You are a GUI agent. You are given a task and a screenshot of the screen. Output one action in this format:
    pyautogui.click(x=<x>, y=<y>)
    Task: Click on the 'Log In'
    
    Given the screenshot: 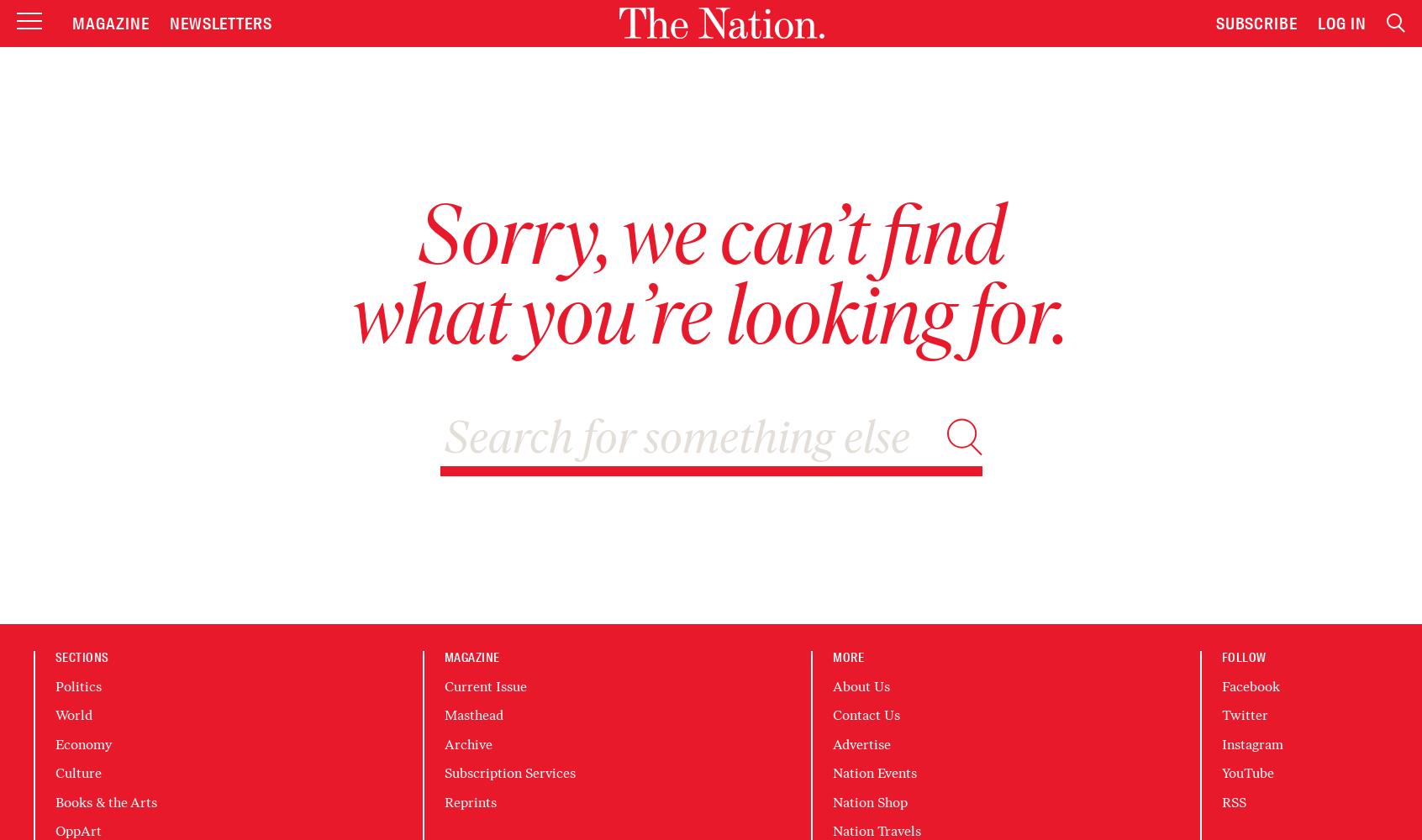 What is the action you would take?
    pyautogui.click(x=1341, y=23)
    